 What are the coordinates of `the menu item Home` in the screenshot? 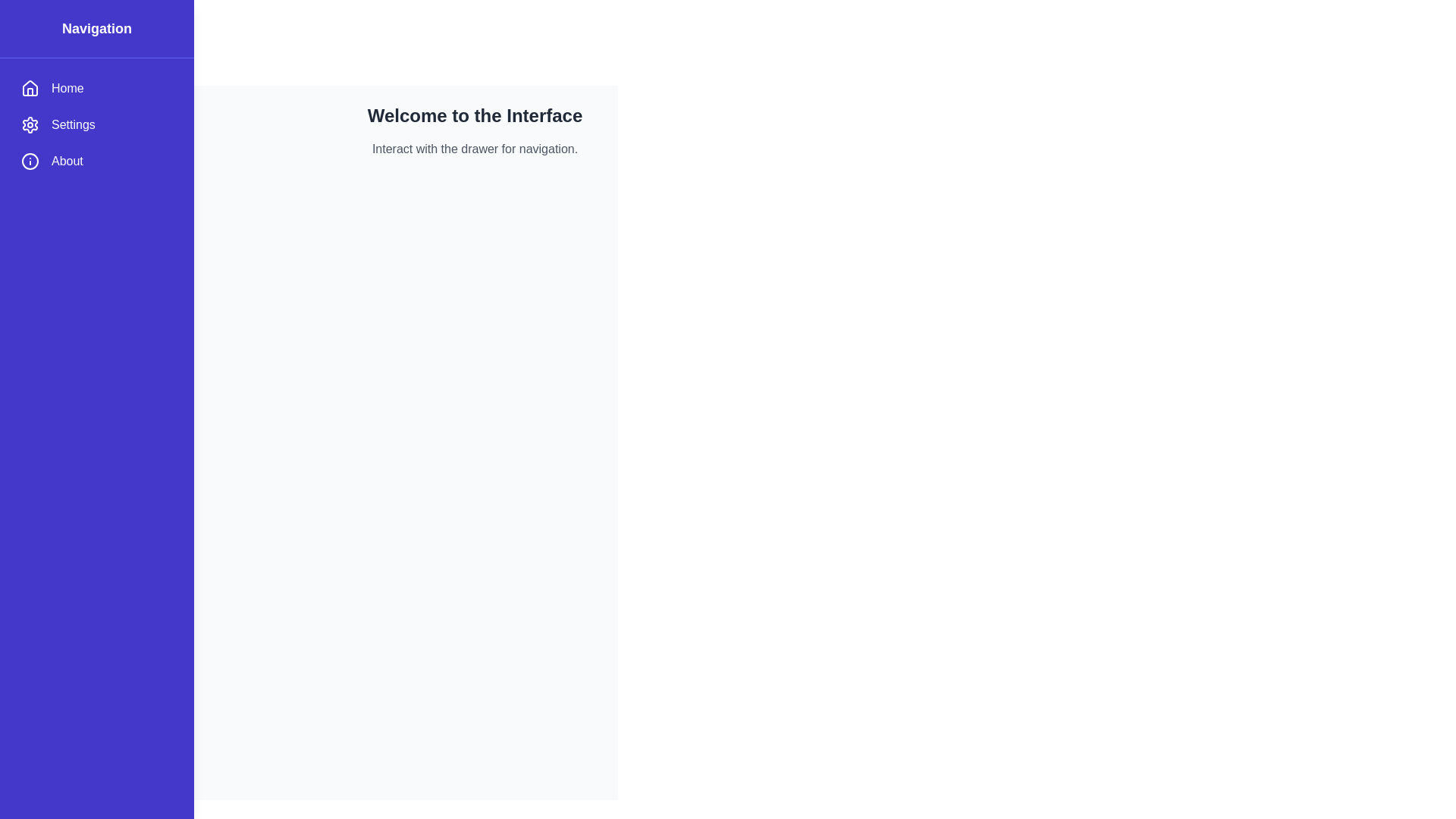 It's located at (96, 88).